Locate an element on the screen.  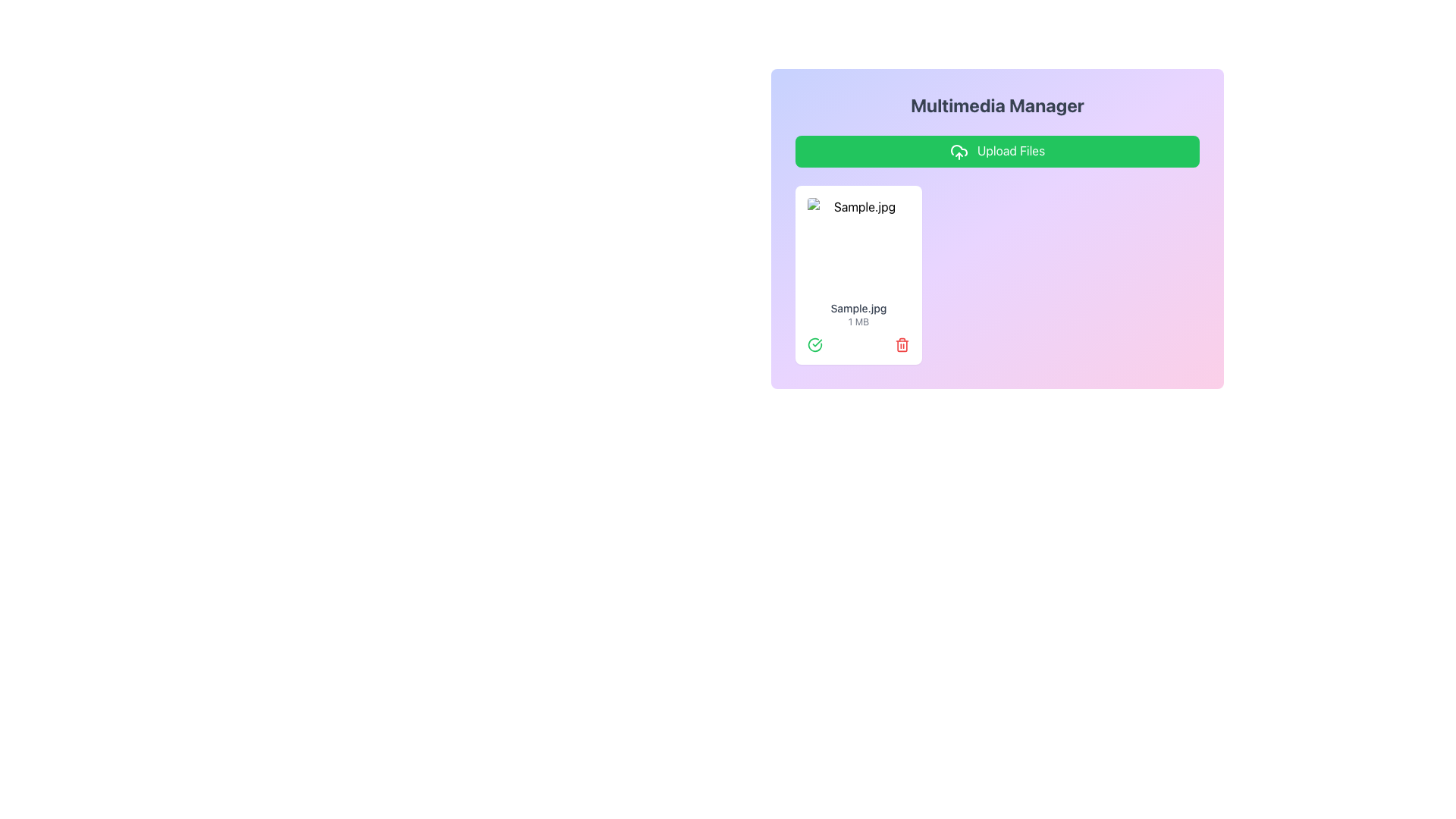
the button located below the title 'Multimedia Manager' is located at coordinates (997, 151).